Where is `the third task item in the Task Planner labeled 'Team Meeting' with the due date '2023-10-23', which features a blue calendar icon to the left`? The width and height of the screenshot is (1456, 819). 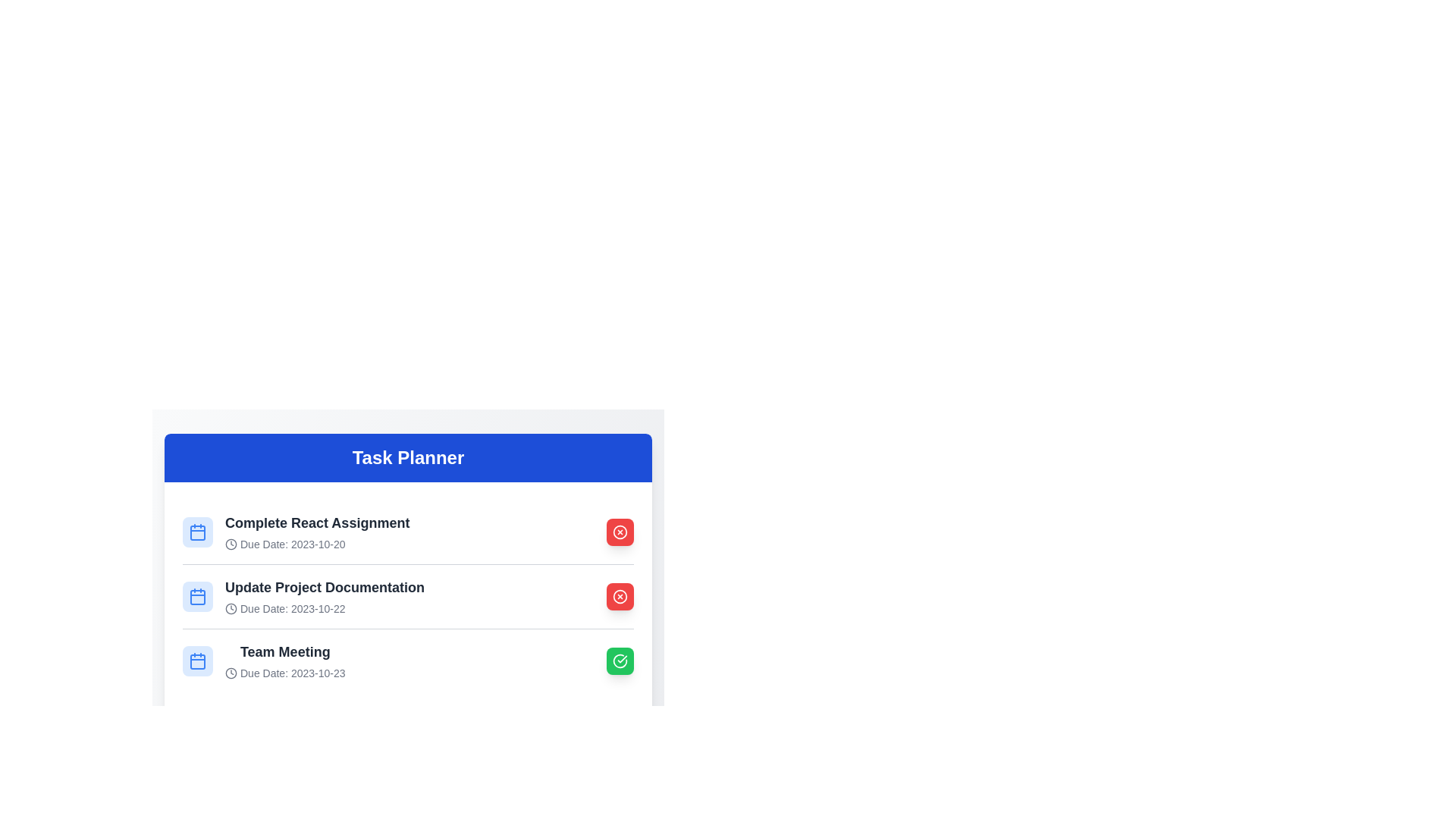 the third task item in the Task Planner labeled 'Team Meeting' with the due date '2023-10-23', which features a blue calendar icon to the left is located at coordinates (264, 660).